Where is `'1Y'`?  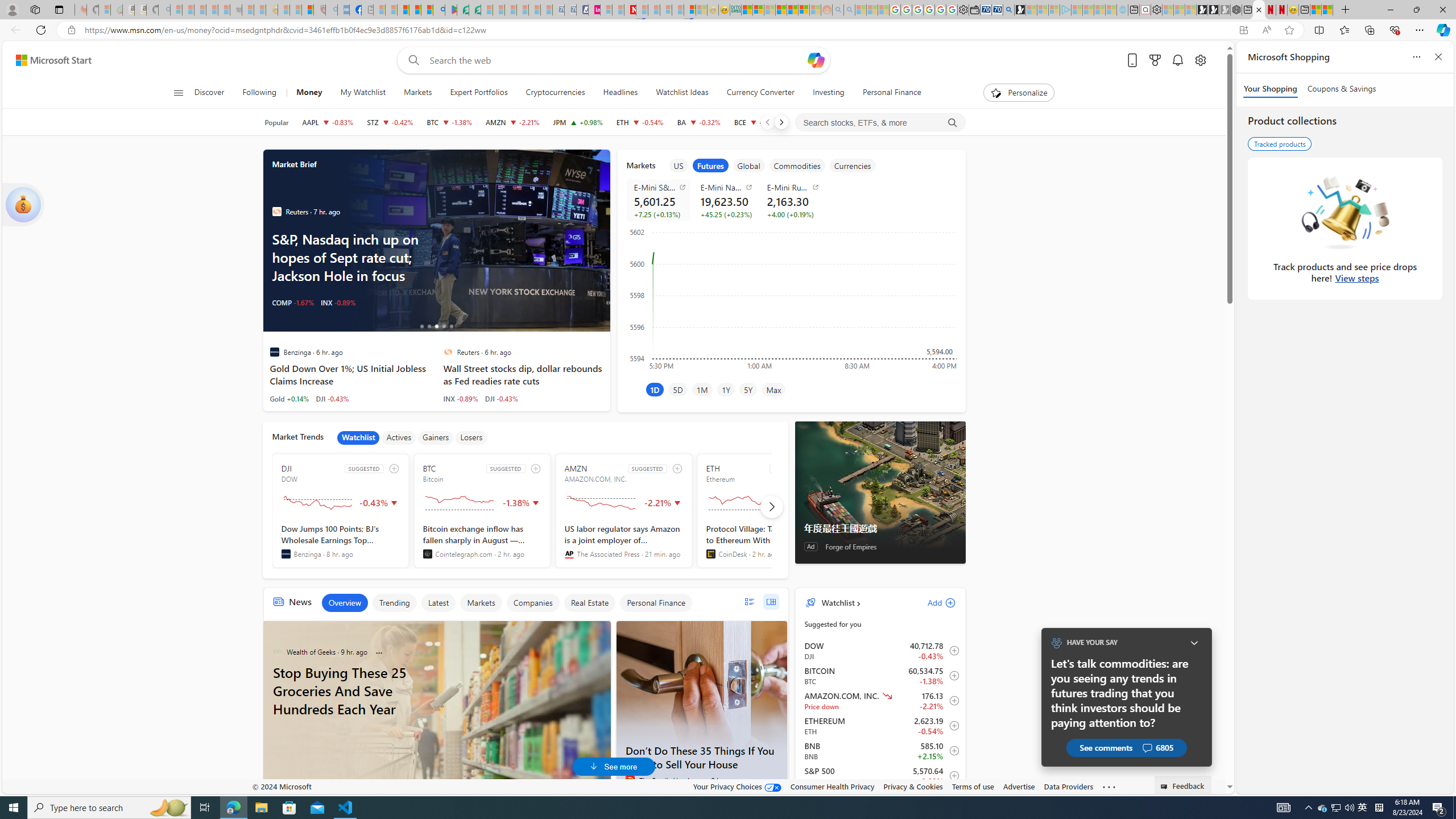 '1Y' is located at coordinates (725, 388).